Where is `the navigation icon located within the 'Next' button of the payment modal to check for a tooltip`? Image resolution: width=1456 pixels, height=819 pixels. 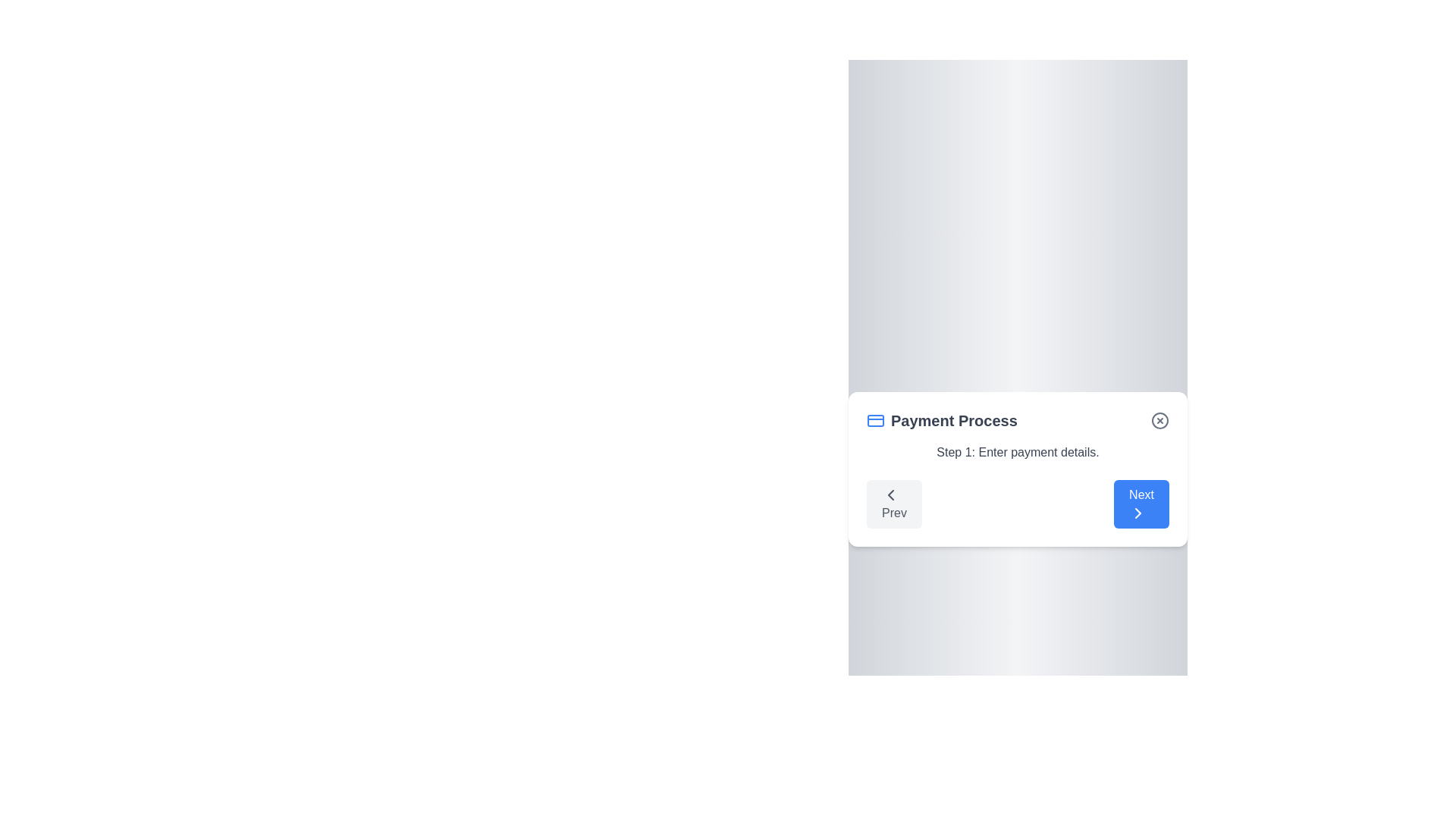
the navigation icon located within the 'Next' button of the payment modal to check for a tooltip is located at coordinates (1138, 513).